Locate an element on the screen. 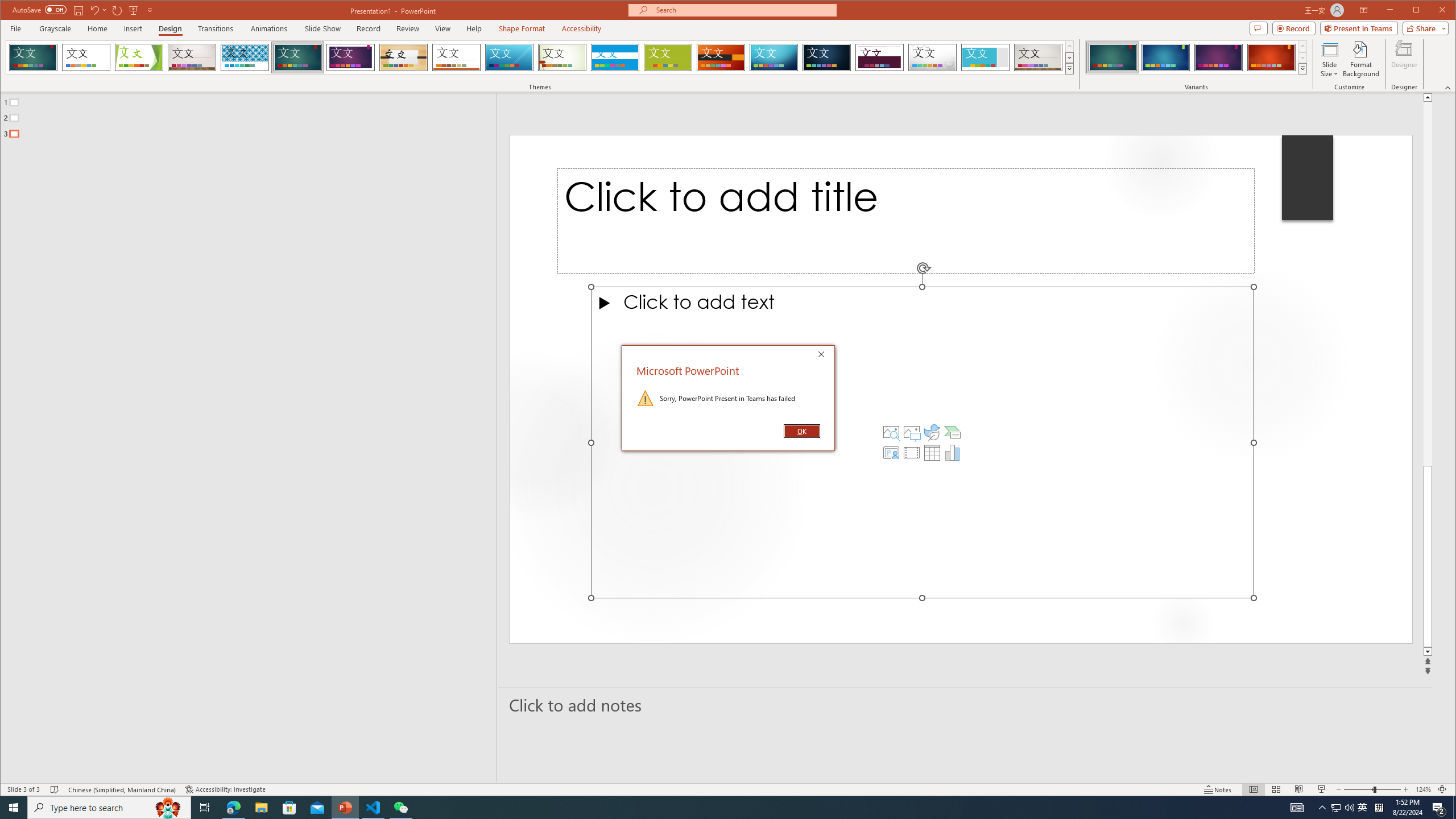 This screenshot has height=819, width=1456. 'Basis' is located at coordinates (668, 57).